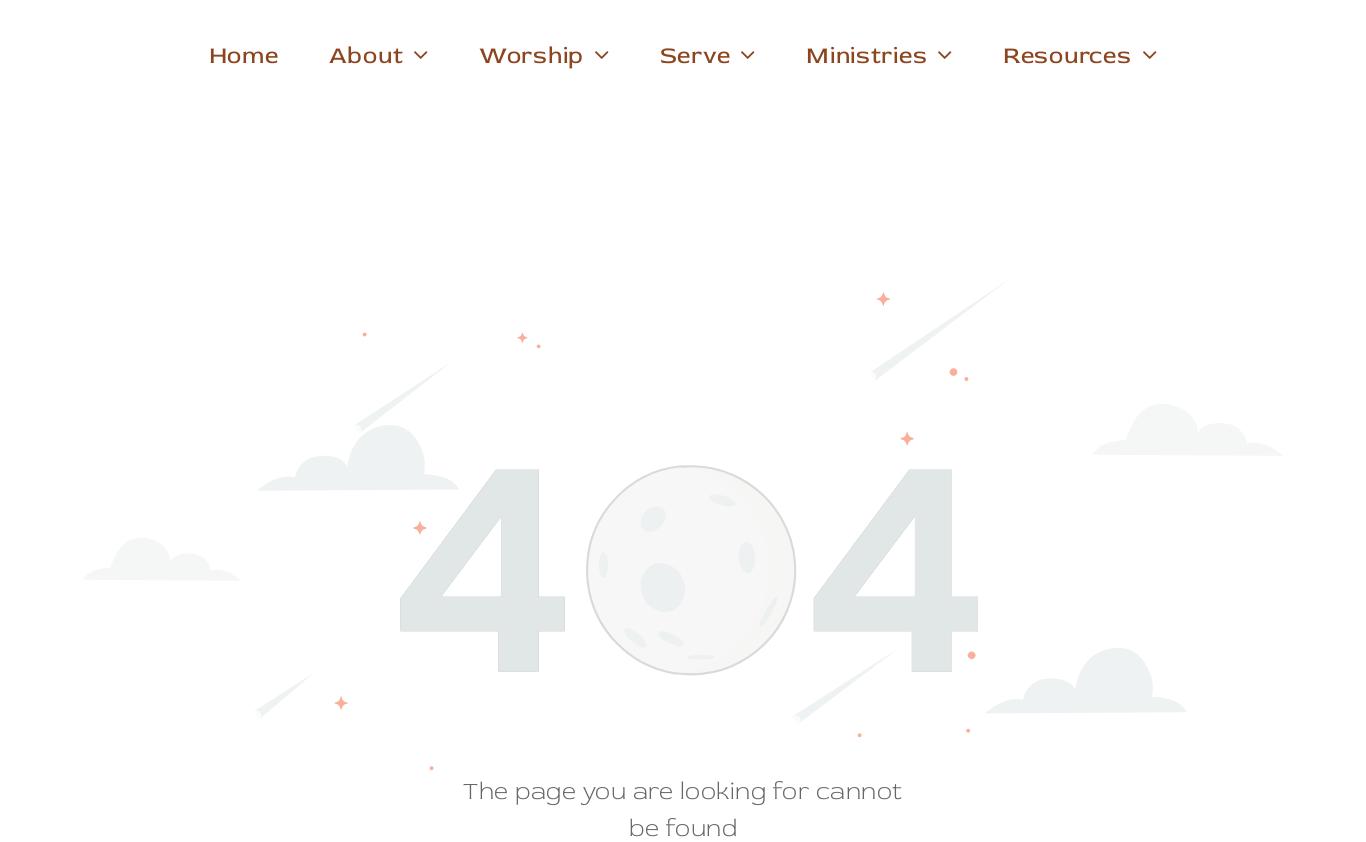 This screenshot has width=1366, height=842. Describe the element at coordinates (492, 142) in the screenshot. I see `'Music Ministry'` at that location.